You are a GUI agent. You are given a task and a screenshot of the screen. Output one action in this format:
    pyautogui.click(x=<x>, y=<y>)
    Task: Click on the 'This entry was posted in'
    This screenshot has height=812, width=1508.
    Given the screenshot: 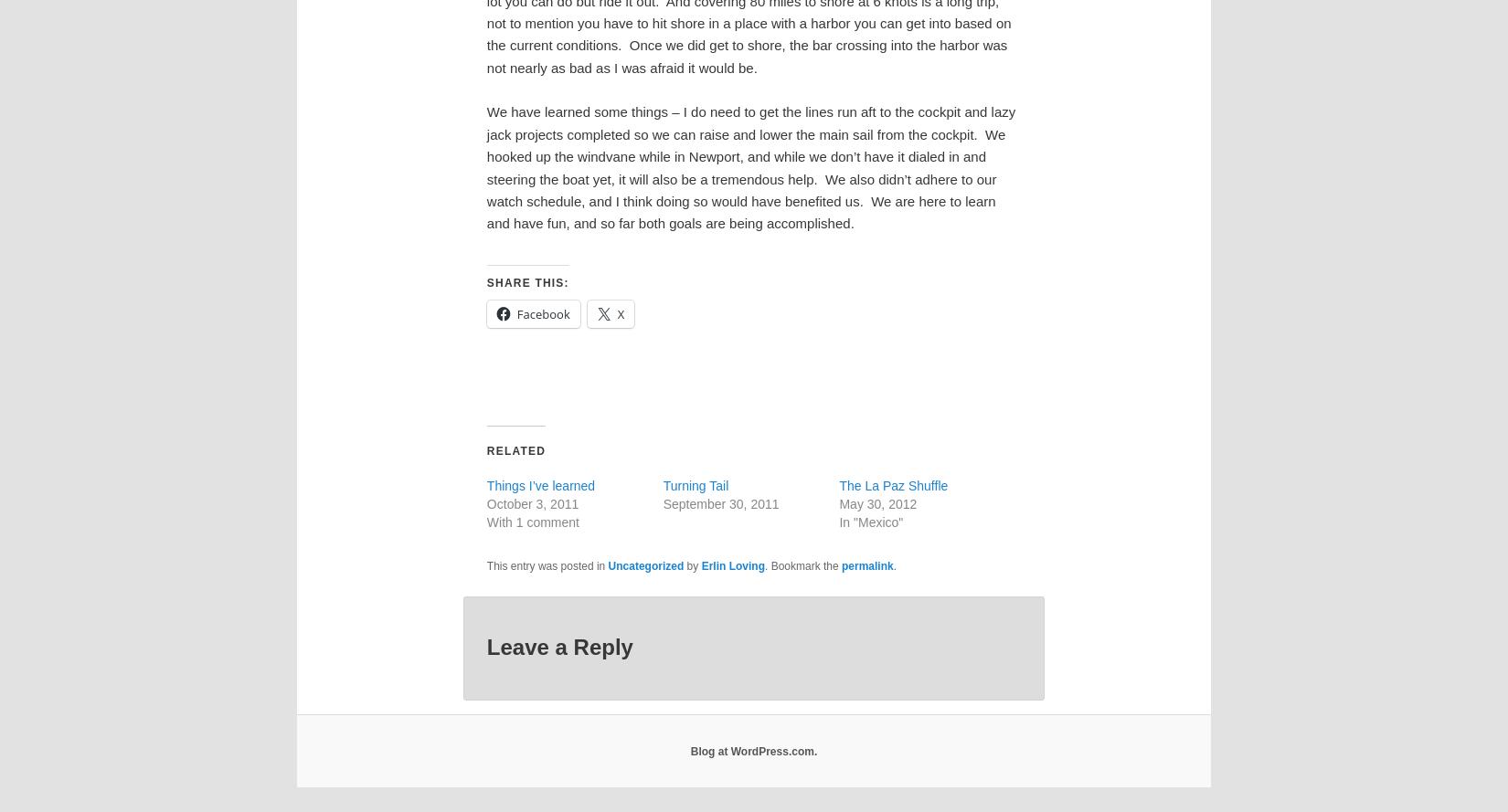 What is the action you would take?
    pyautogui.click(x=484, y=564)
    